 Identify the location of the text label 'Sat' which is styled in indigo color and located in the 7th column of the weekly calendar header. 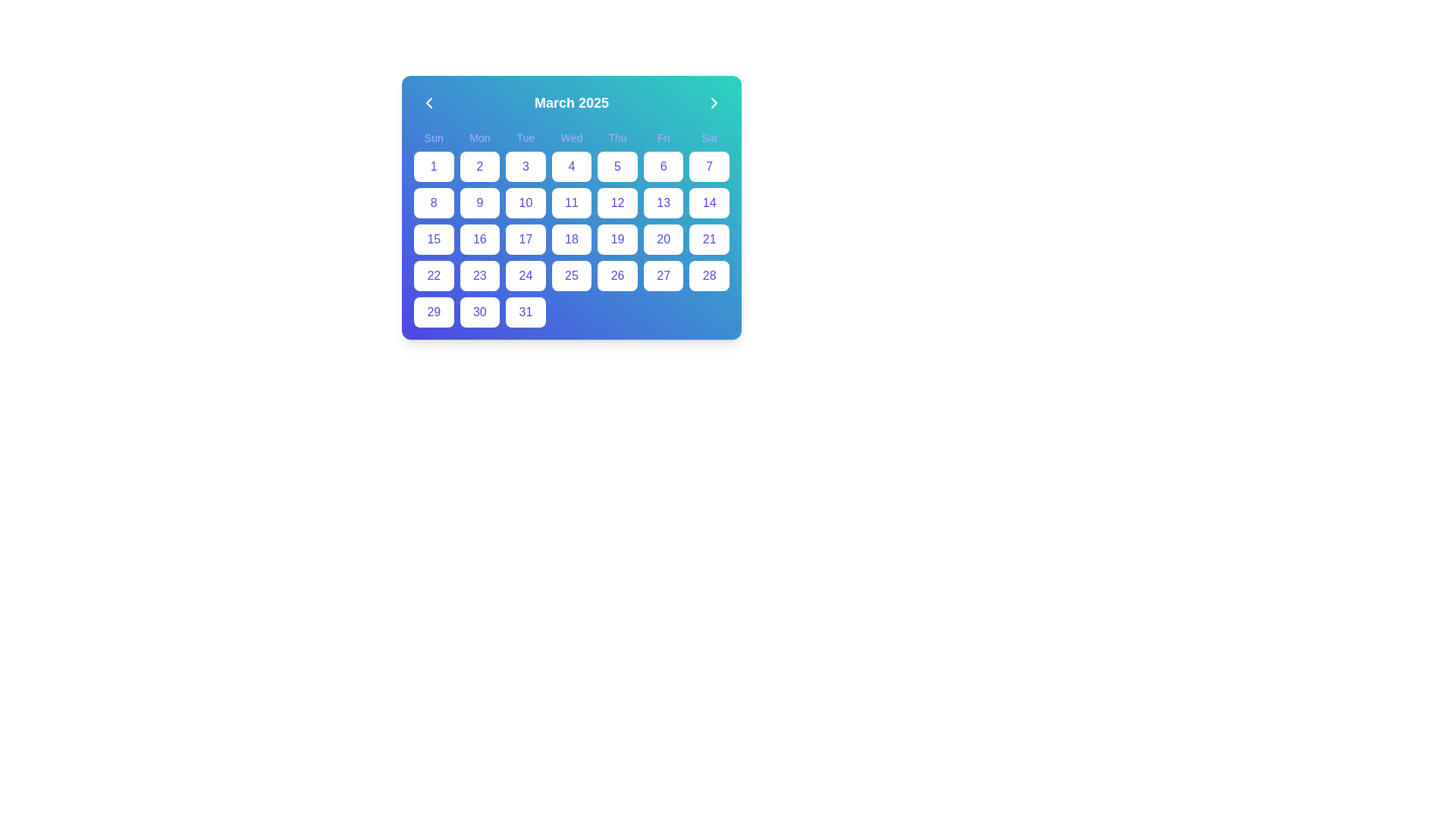
(708, 137).